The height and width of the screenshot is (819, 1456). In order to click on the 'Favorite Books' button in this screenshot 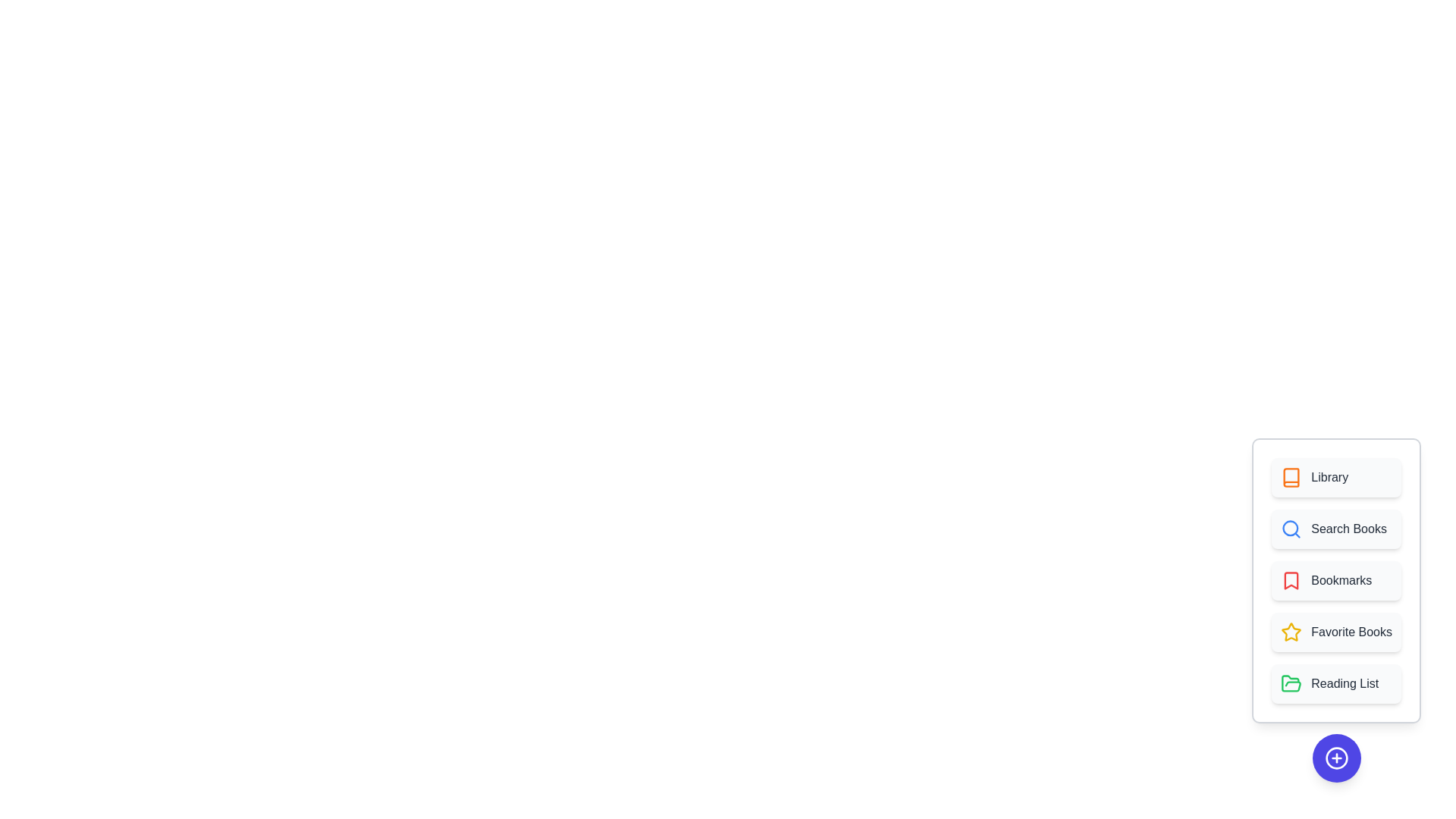, I will do `click(1335, 632)`.